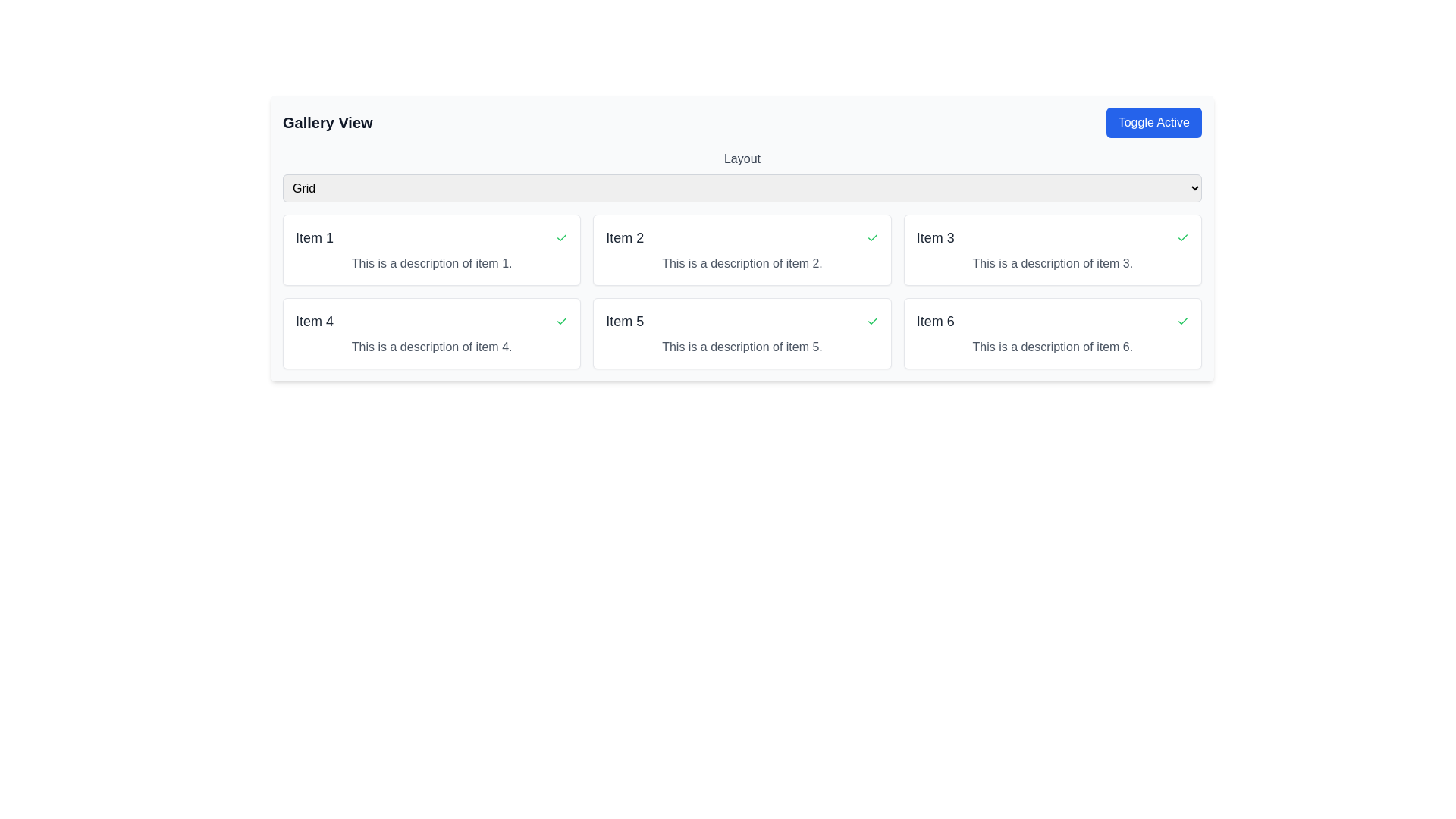 The width and height of the screenshot is (1456, 819). I want to click on the small, tick-shaped icon with a green outline next to the text 'Item 5' to confirm an action or toggle a state, so click(872, 321).